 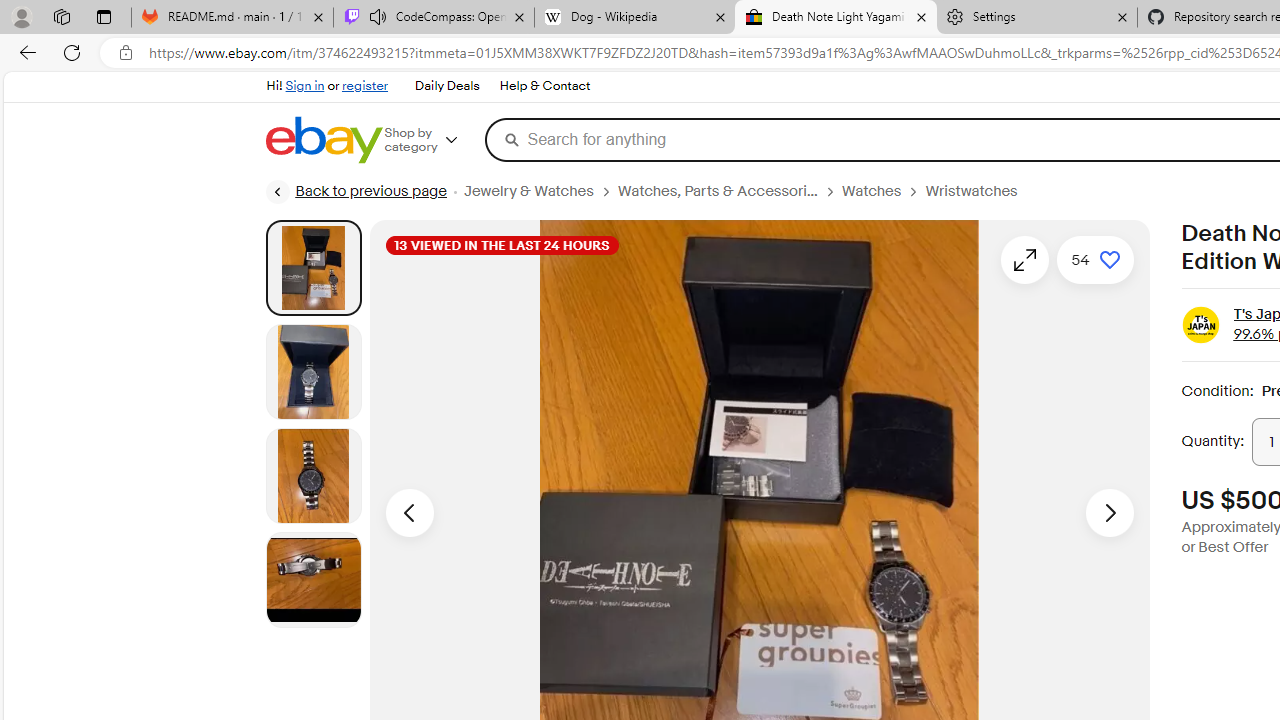 What do you see at coordinates (378, 16) in the screenshot?
I see `'Mute tab'` at bounding box center [378, 16].